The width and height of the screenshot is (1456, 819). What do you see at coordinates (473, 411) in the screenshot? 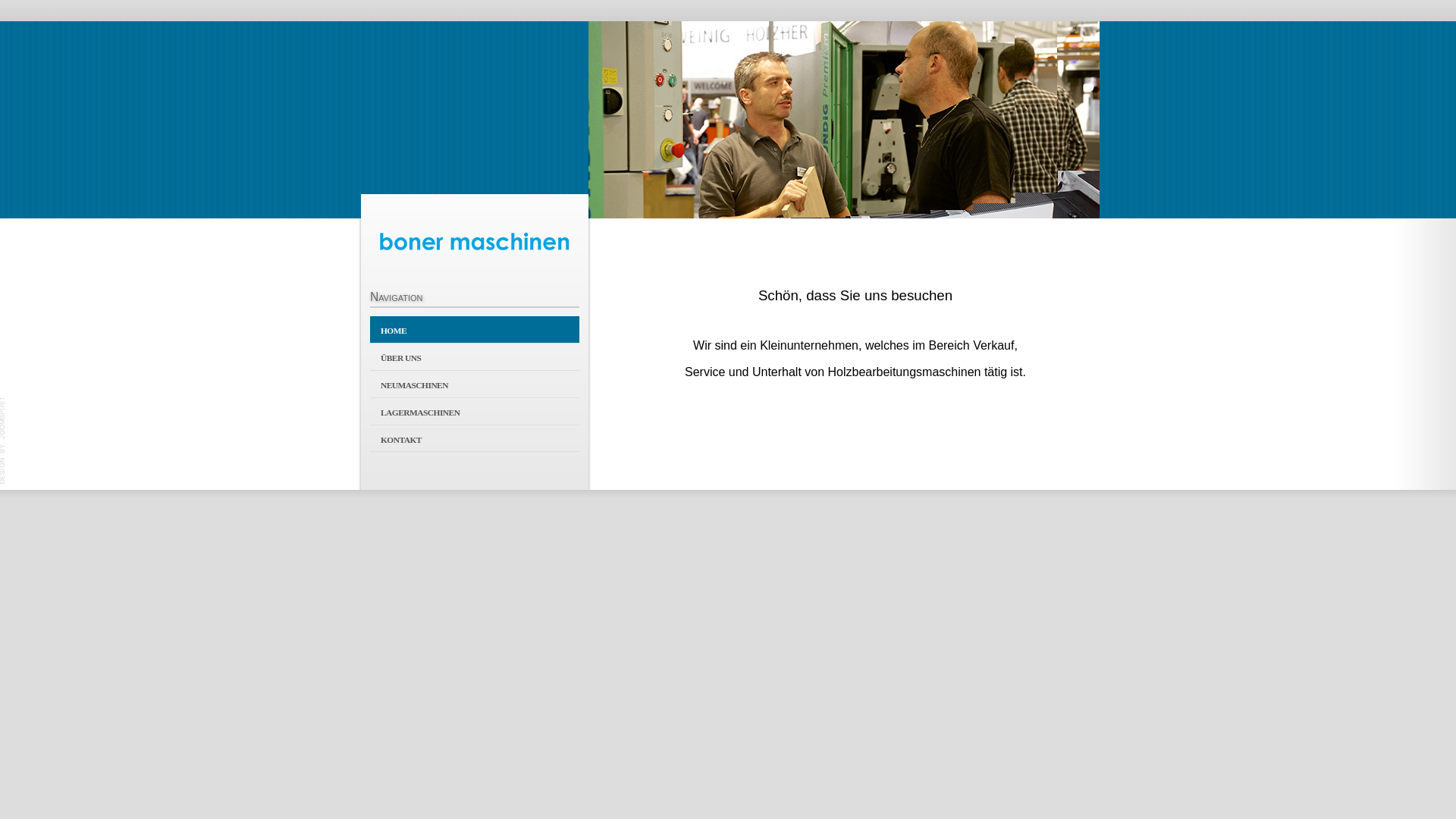
I see `'LAGERMASCHINEN'` at bounding box center [473, 411].